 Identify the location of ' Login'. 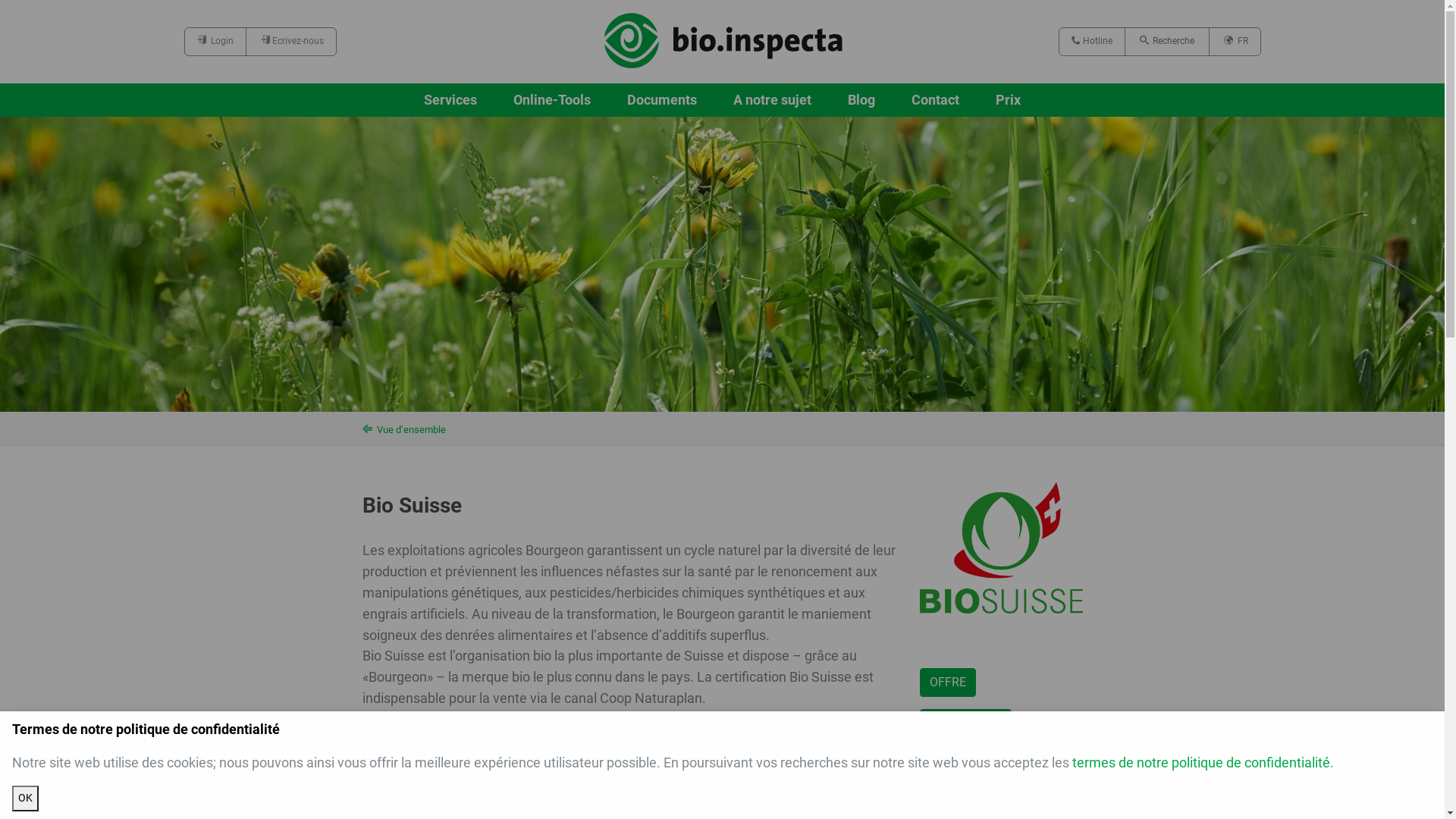
(214, 40).